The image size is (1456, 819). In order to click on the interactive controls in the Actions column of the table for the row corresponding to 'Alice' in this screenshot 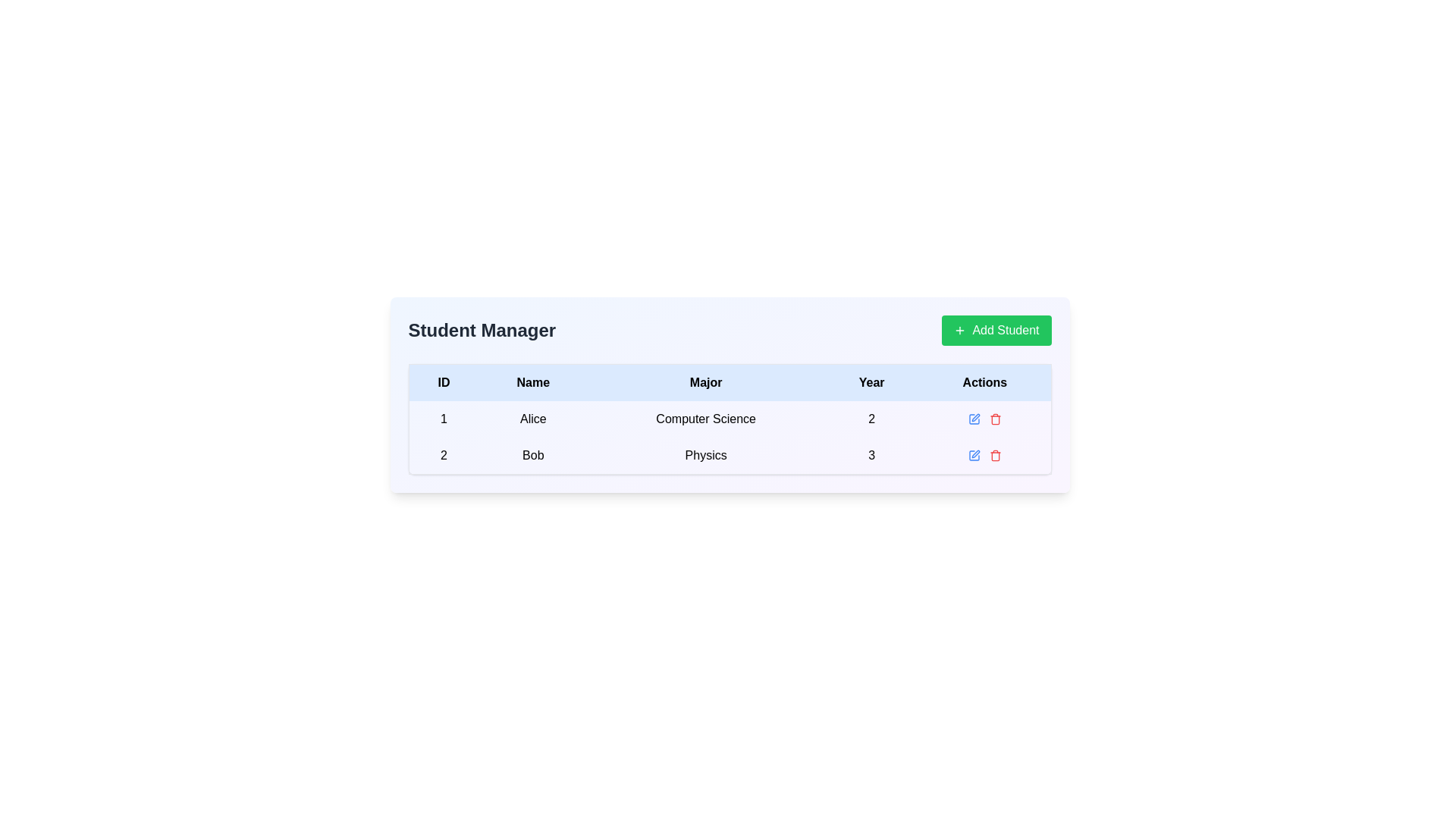, I will do `click(985, 419)`.